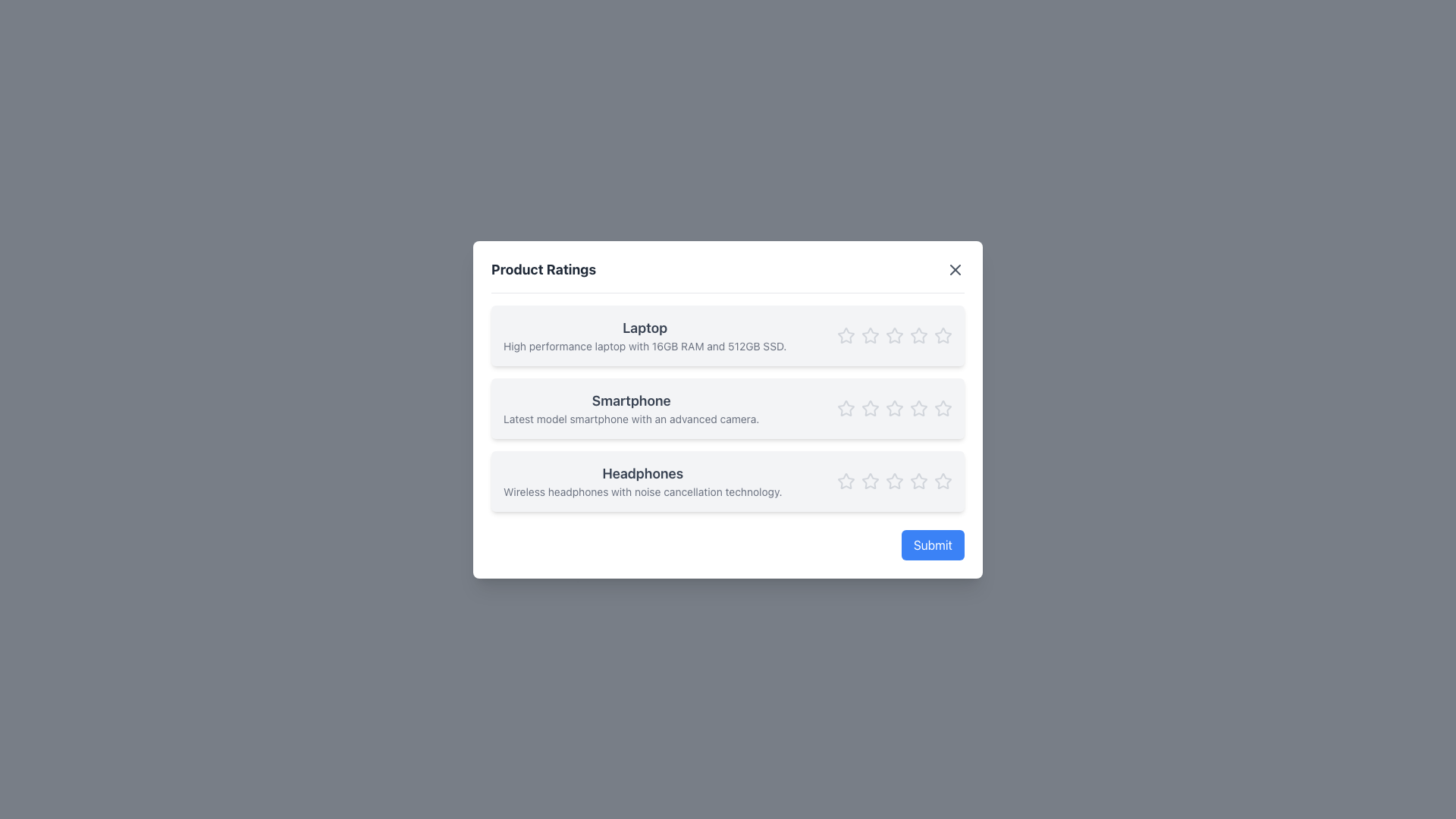 Image resolution: width=1456 pixels, height=819 pixels. Describe the element at coordinates (942, 481) in the screenshot. I see `the fifth star icon to rate the 'Headphones' product with the highest rating` at that location.